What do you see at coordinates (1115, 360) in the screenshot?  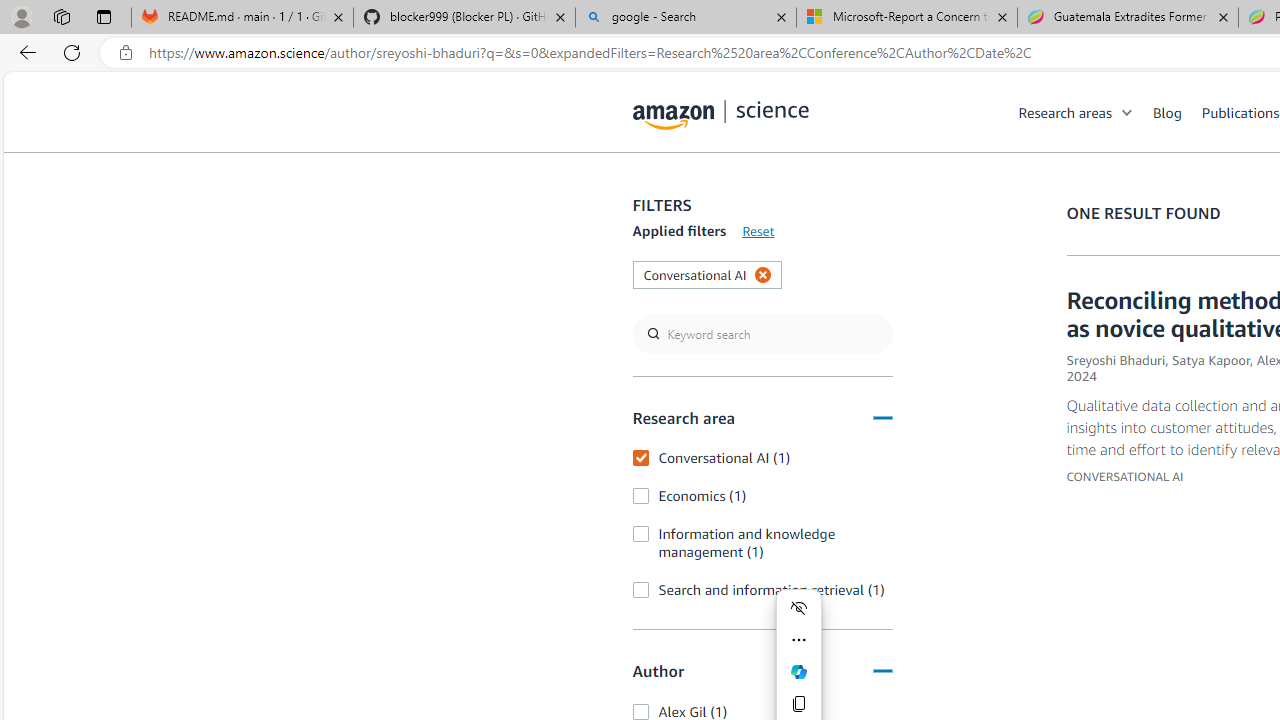 I see `'Sreyoshi Bhaduri'` at bounding box center [1115, 360].